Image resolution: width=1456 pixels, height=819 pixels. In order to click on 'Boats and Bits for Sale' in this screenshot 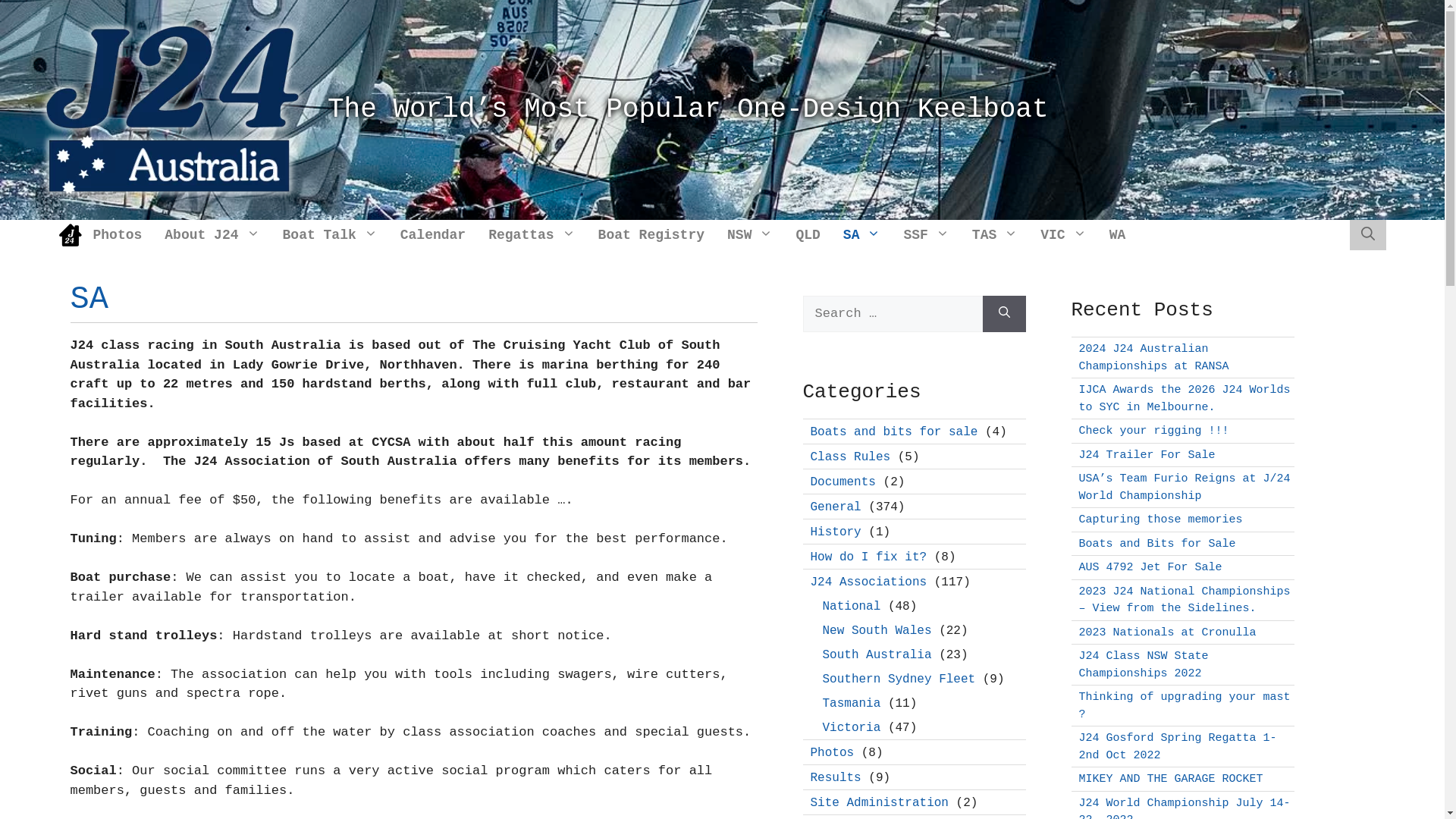, I will do `click(1156, 542)`.